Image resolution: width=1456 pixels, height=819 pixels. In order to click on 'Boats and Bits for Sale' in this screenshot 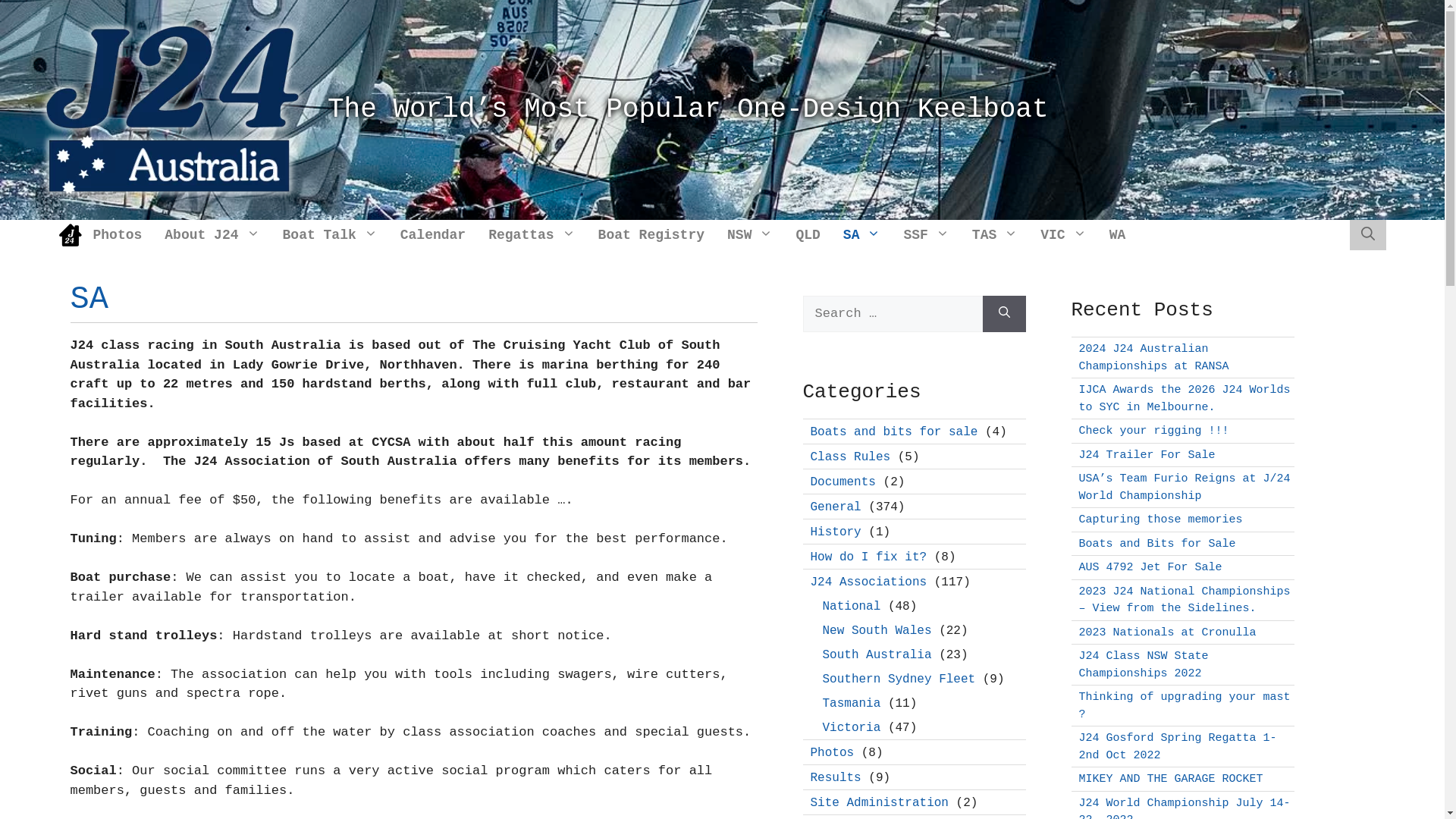, I will do `click(1156, 542)`.